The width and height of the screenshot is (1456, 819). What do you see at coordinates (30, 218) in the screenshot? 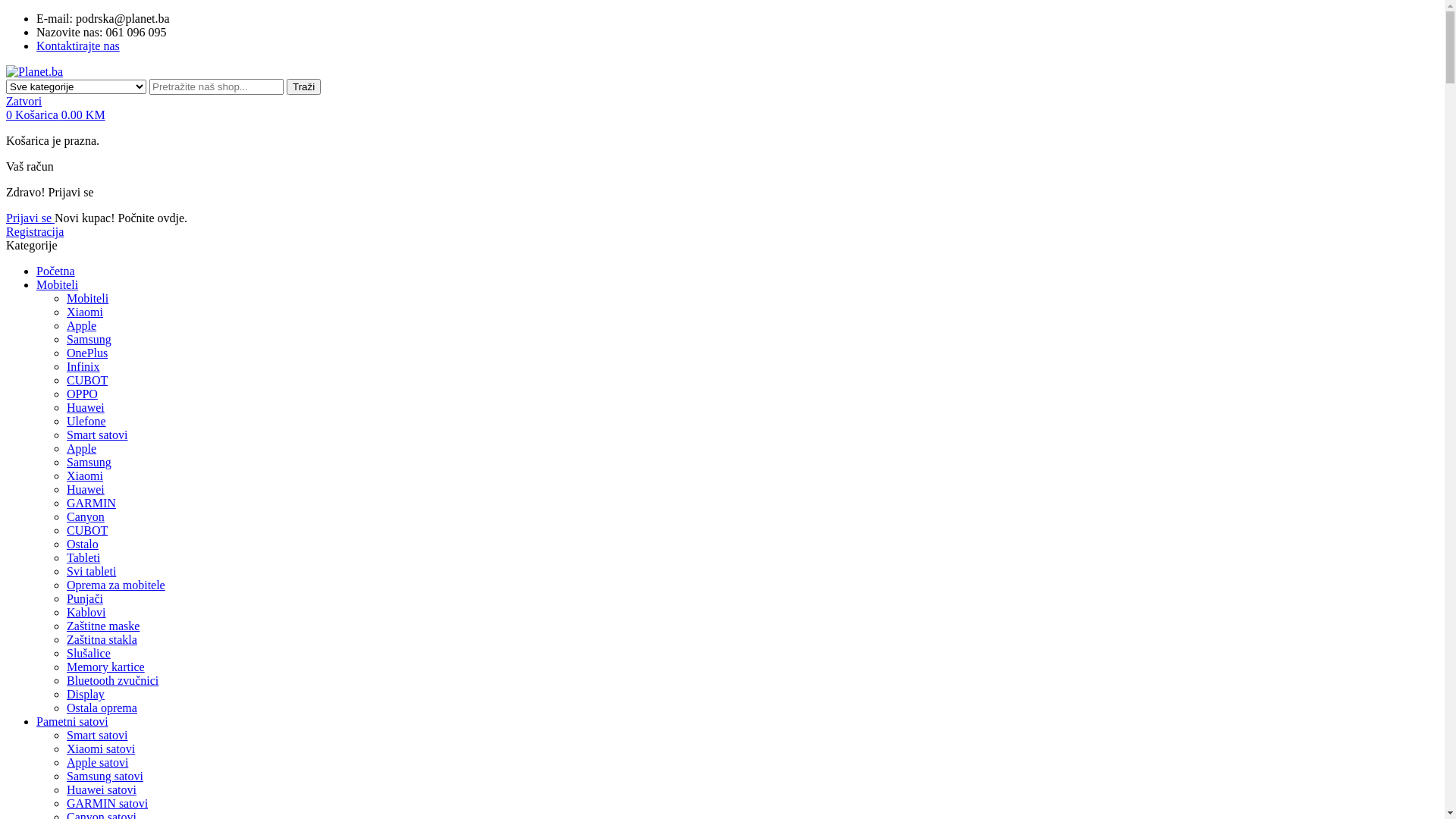
I see `'Prijavi se'` at bounding box center [30, 218].